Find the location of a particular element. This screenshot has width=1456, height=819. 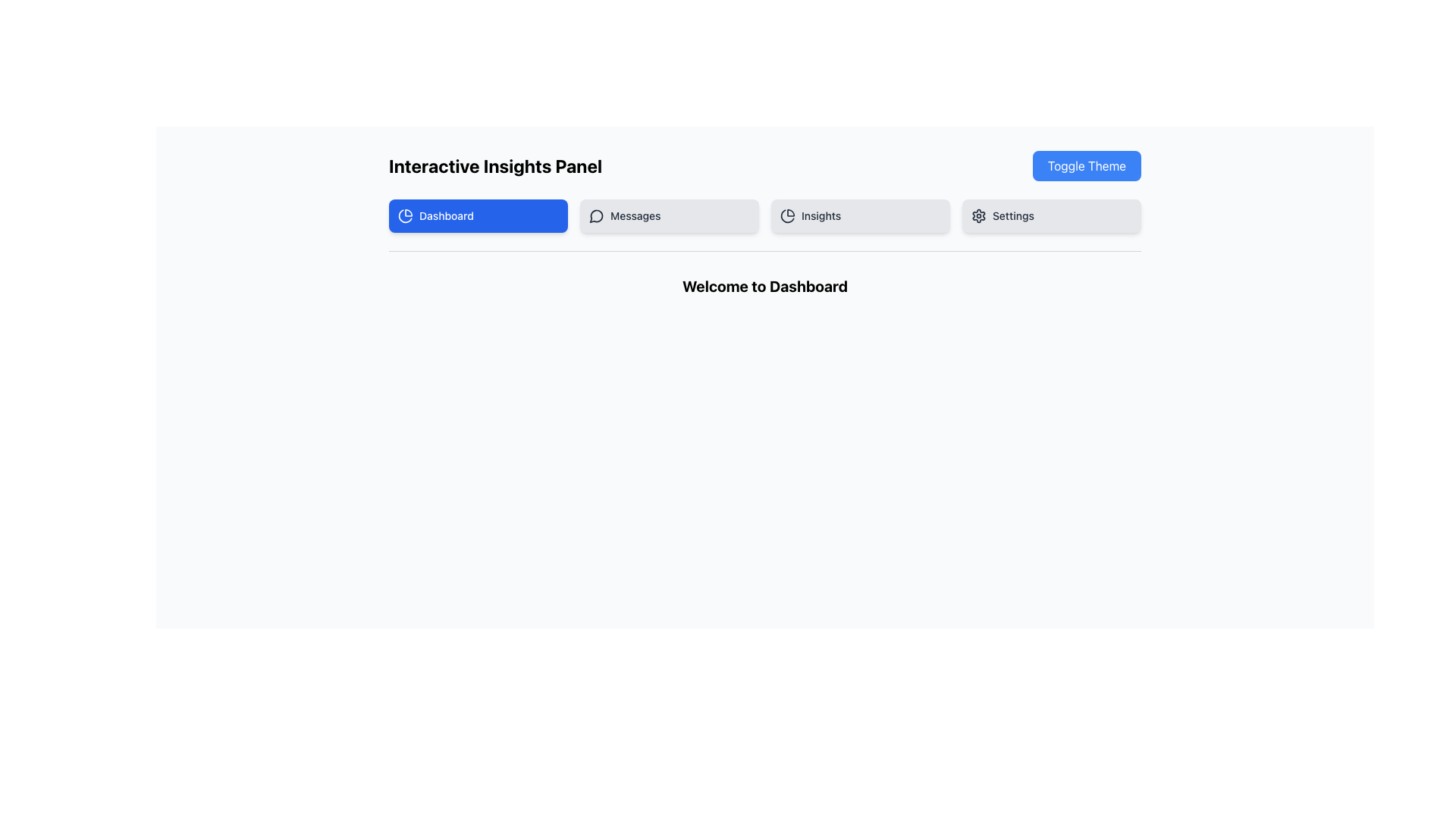

the text label displaying 'Welcome to Dashboard', which is styled in bold and located below the horizontal navigation menu is located at coordinates (764, 287).